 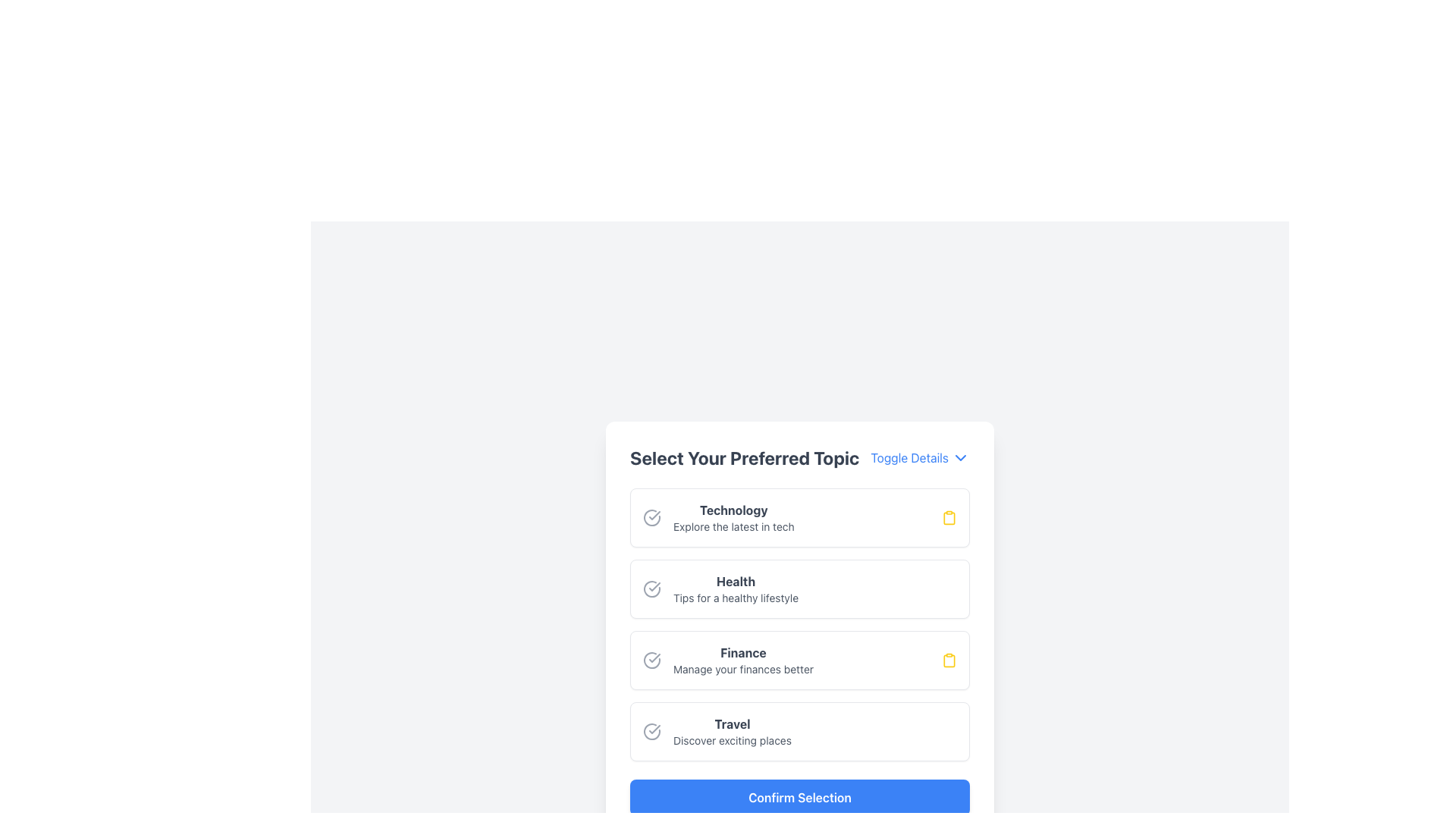 What do you see at coordinates (732, 730) in the screenshot?
I see `the Descriptive Text Component that displays the text 'Travel' and 'Discover exciting places.'` at bounding box center [732, 730].